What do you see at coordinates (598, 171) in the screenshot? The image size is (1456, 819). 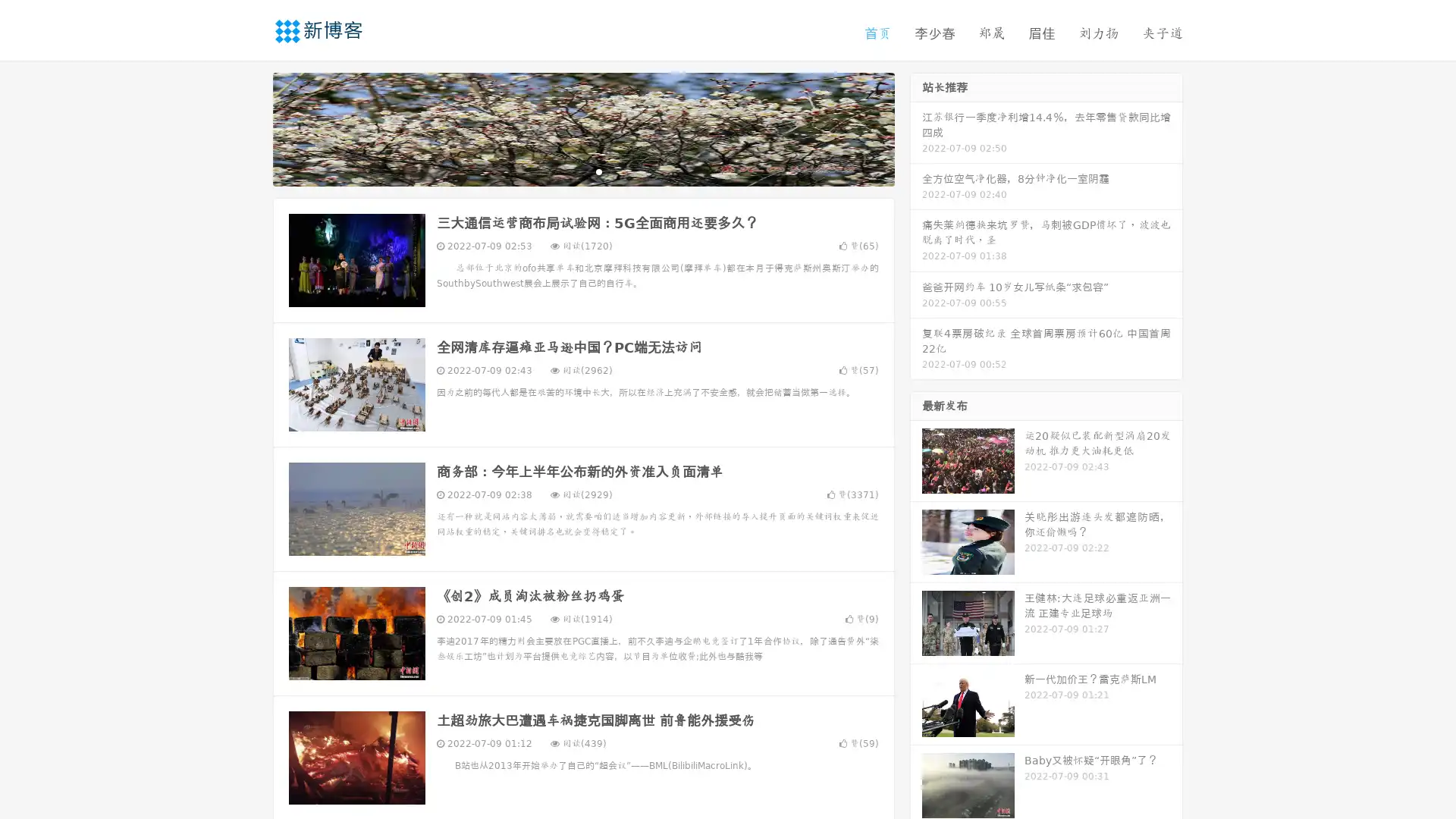 I see `Go to slide 3` at bounding box center [598, 171].